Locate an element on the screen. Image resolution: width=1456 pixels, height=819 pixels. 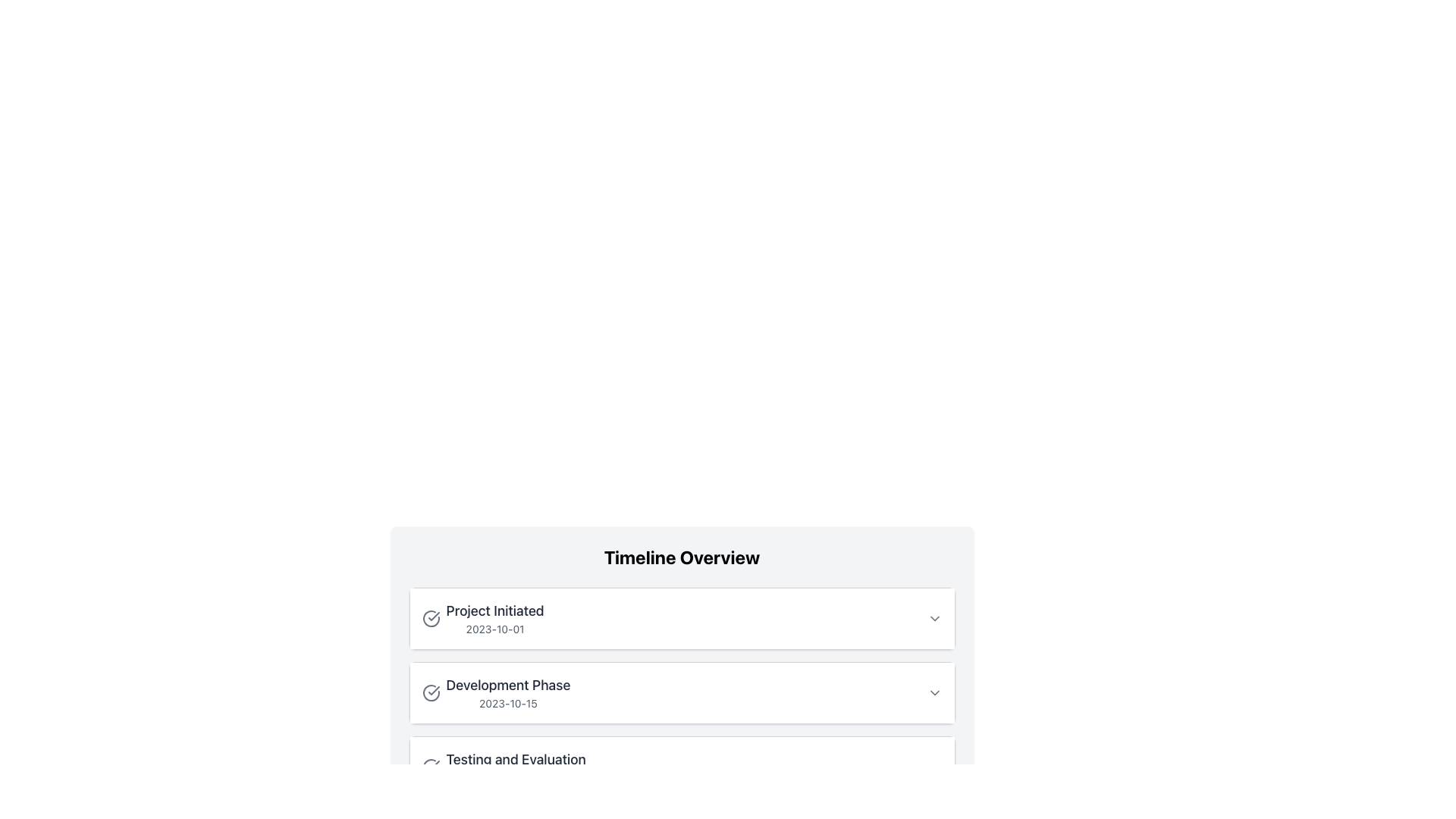
the 'Testing and Evaluation' milestone card in the 'Timeline Overview' section is located at coordinates (681, 767).